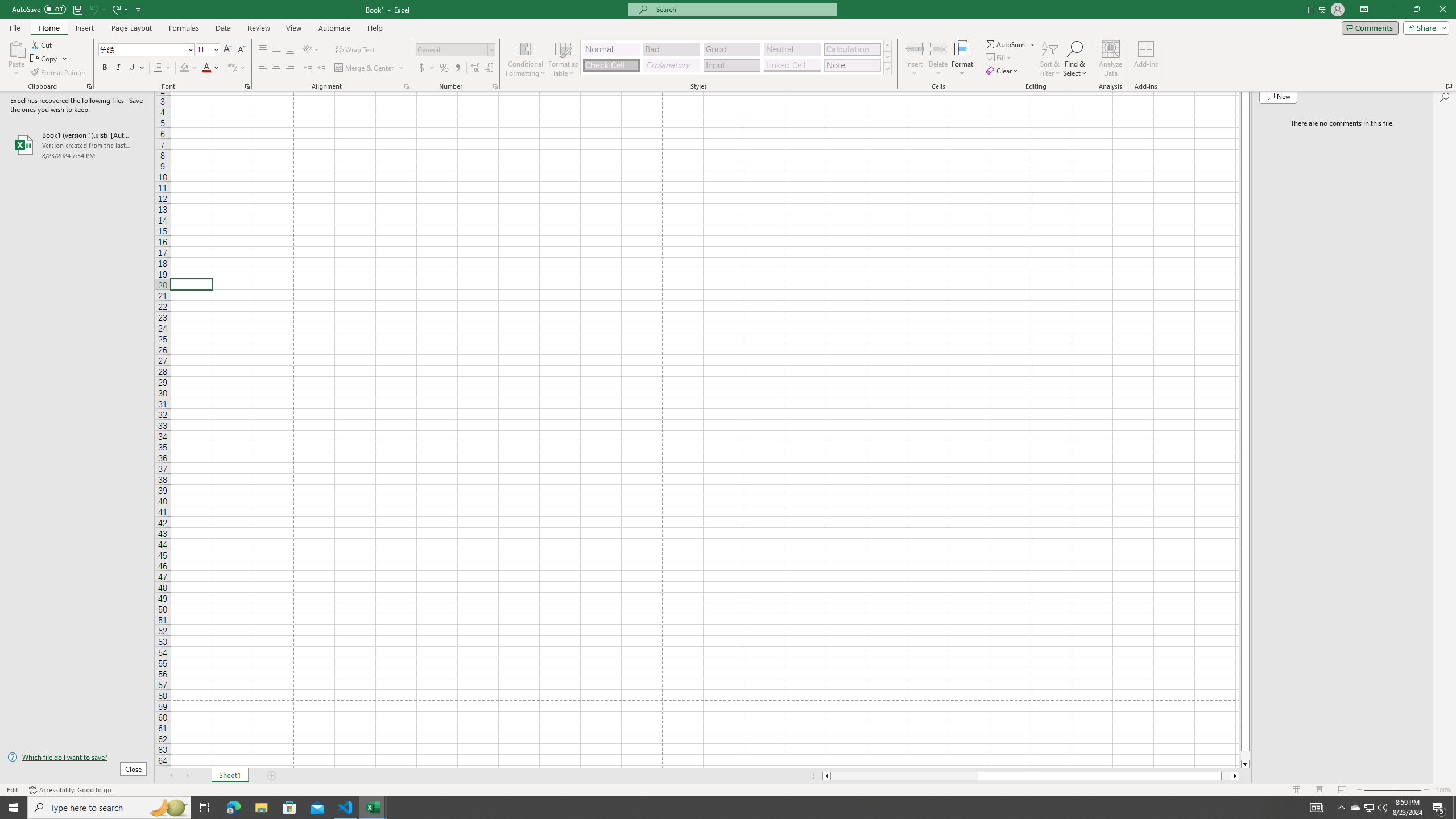 The width and height of the screenshot is (1456, 819). What do you see at coordinates (373, 806) in the screenshot?
I see `'Excel - 2 running windows'` at bounding box center [373, 806].